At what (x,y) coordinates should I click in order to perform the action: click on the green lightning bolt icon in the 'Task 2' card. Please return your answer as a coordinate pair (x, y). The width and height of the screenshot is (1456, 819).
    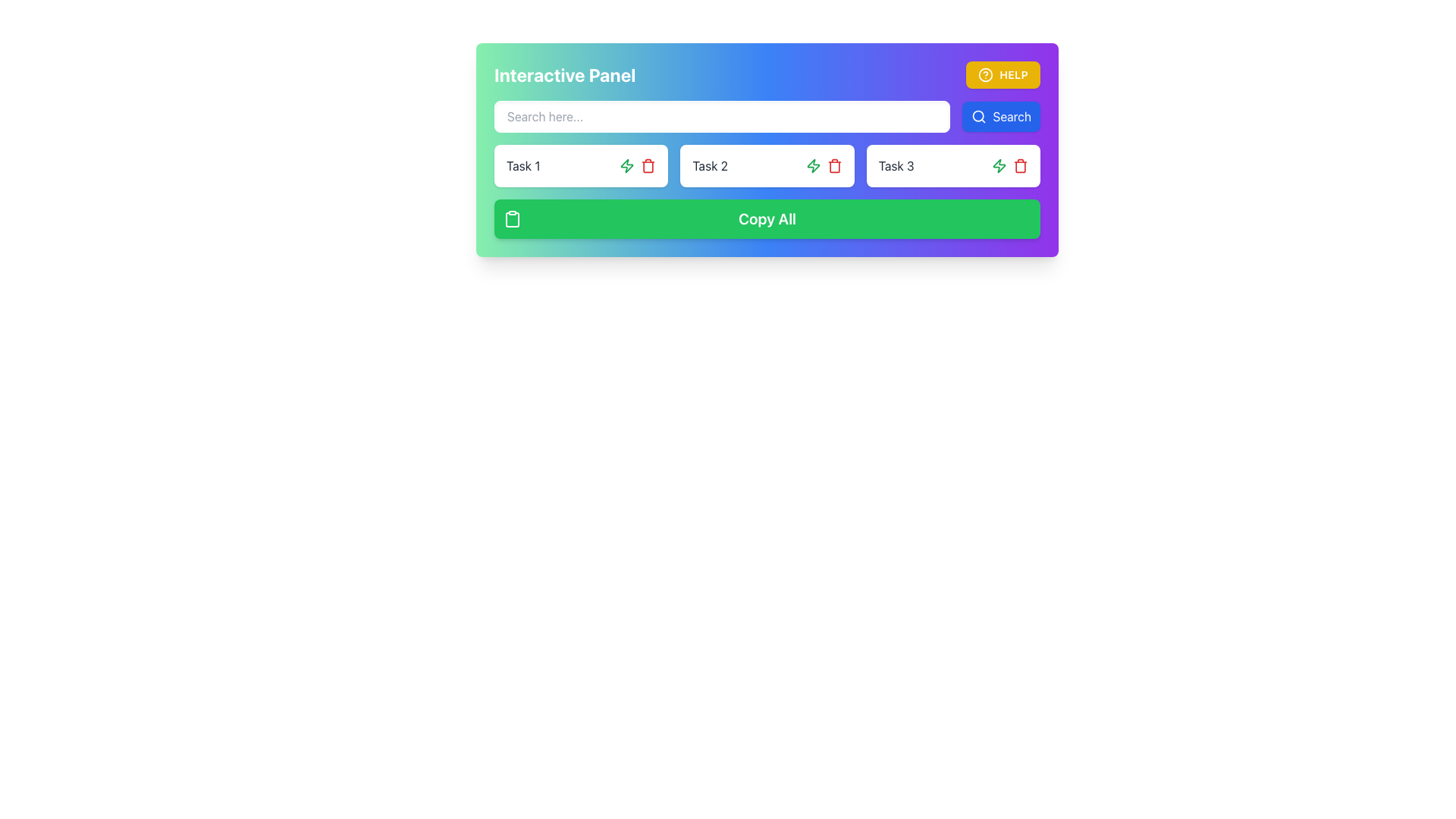
    Looking at the image, I should click on (823, 166).